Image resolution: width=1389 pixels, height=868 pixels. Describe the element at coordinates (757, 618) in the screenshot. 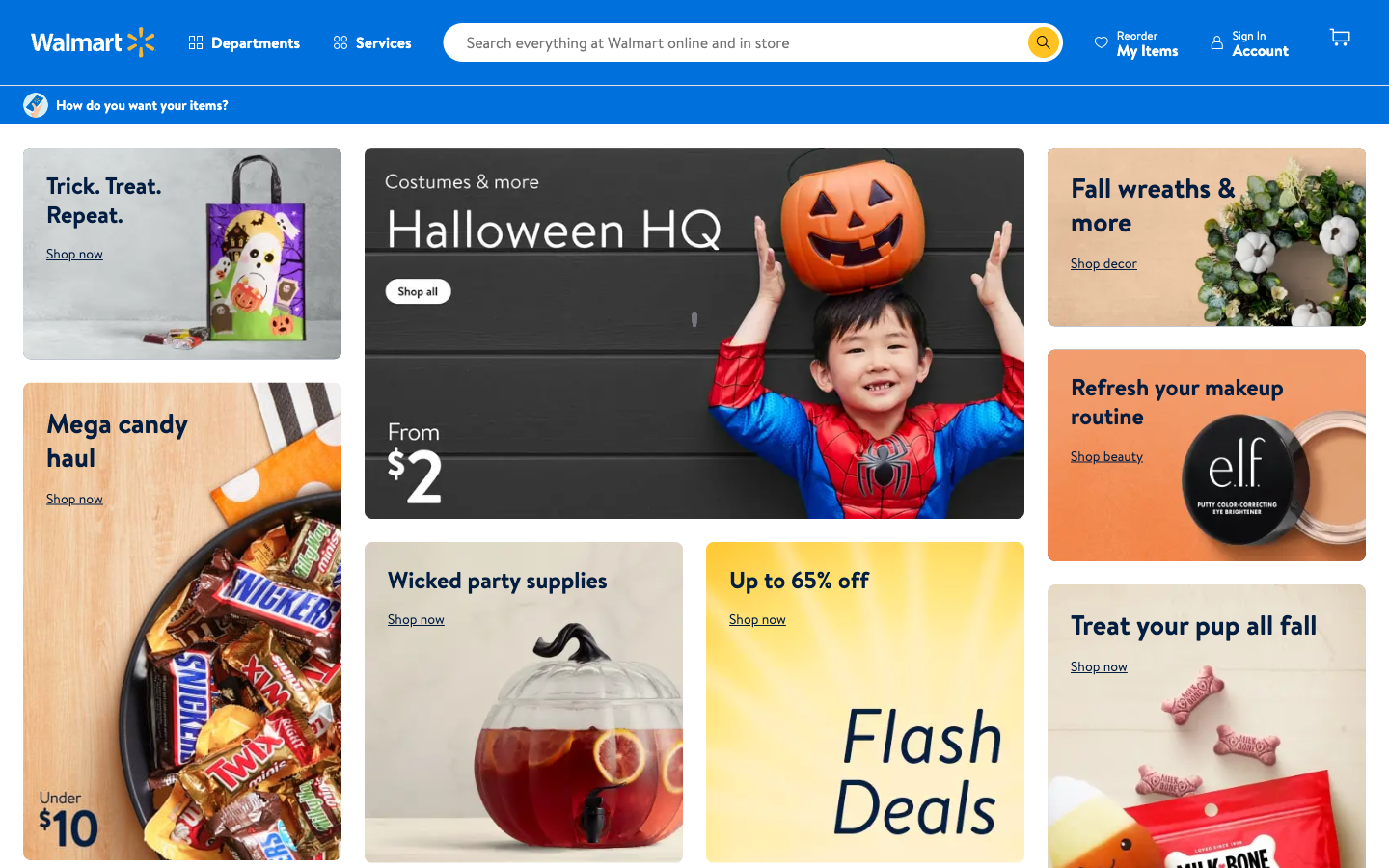

I see `flash deals page through shop now button` at that location.